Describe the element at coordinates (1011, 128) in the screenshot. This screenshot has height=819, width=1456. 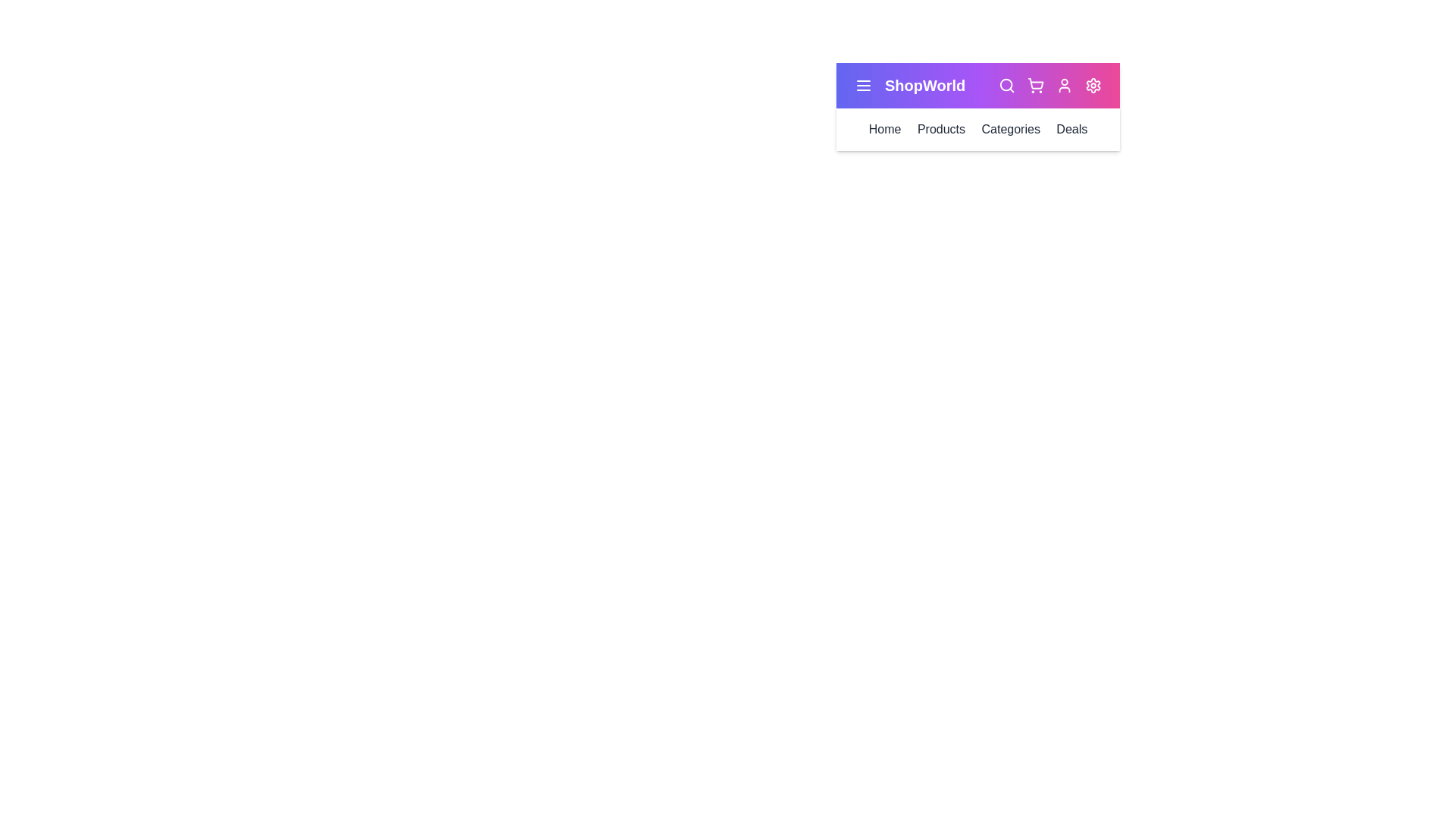
I see `the navigation menu item Categories to navigate to the respective section` at that location.